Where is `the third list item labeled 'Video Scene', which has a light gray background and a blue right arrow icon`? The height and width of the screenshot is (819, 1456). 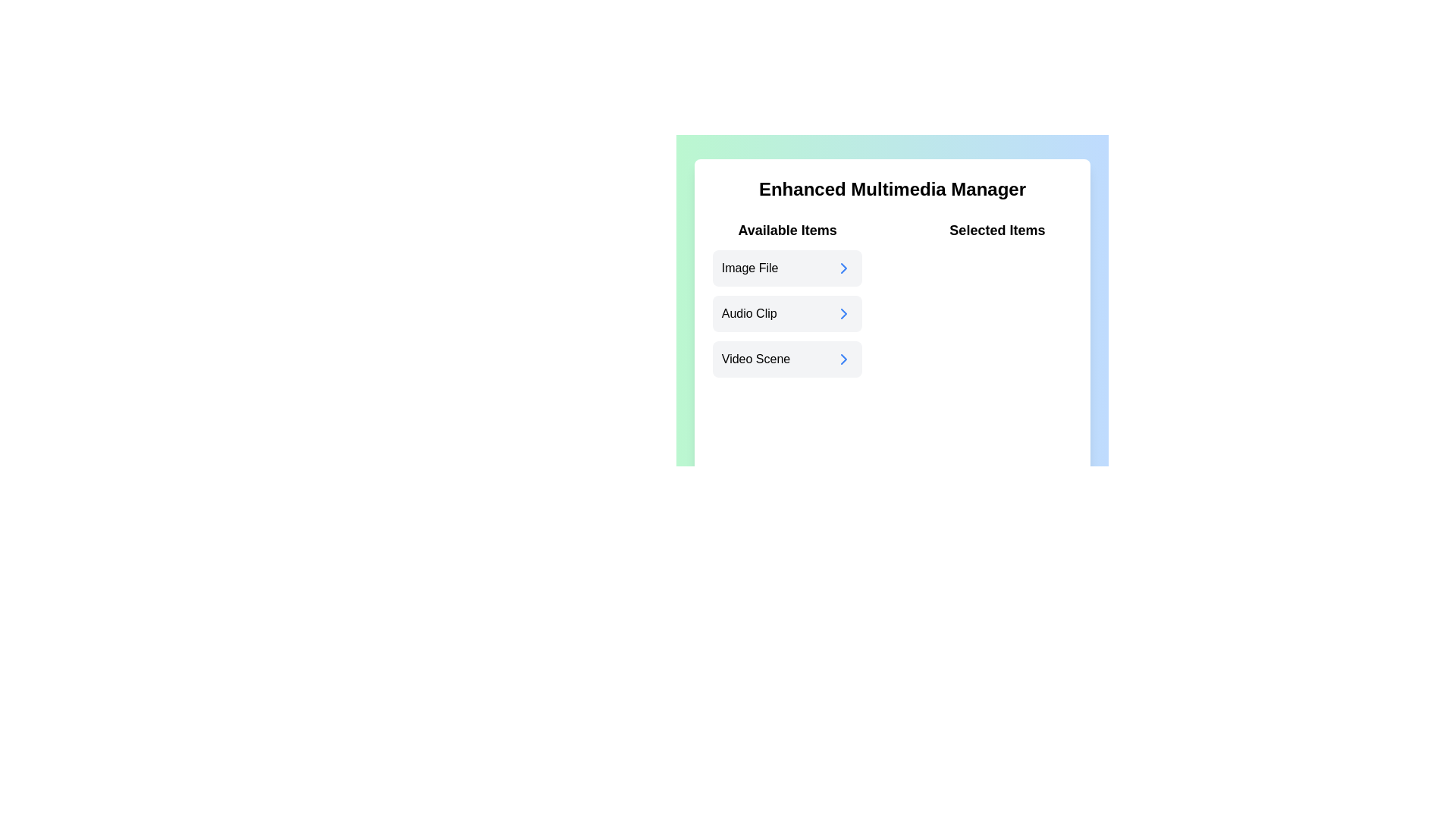
the third list item labeled 'Video Scene', which has a light gray background and a blue right arrow icon is located at coordinates (787, 359).